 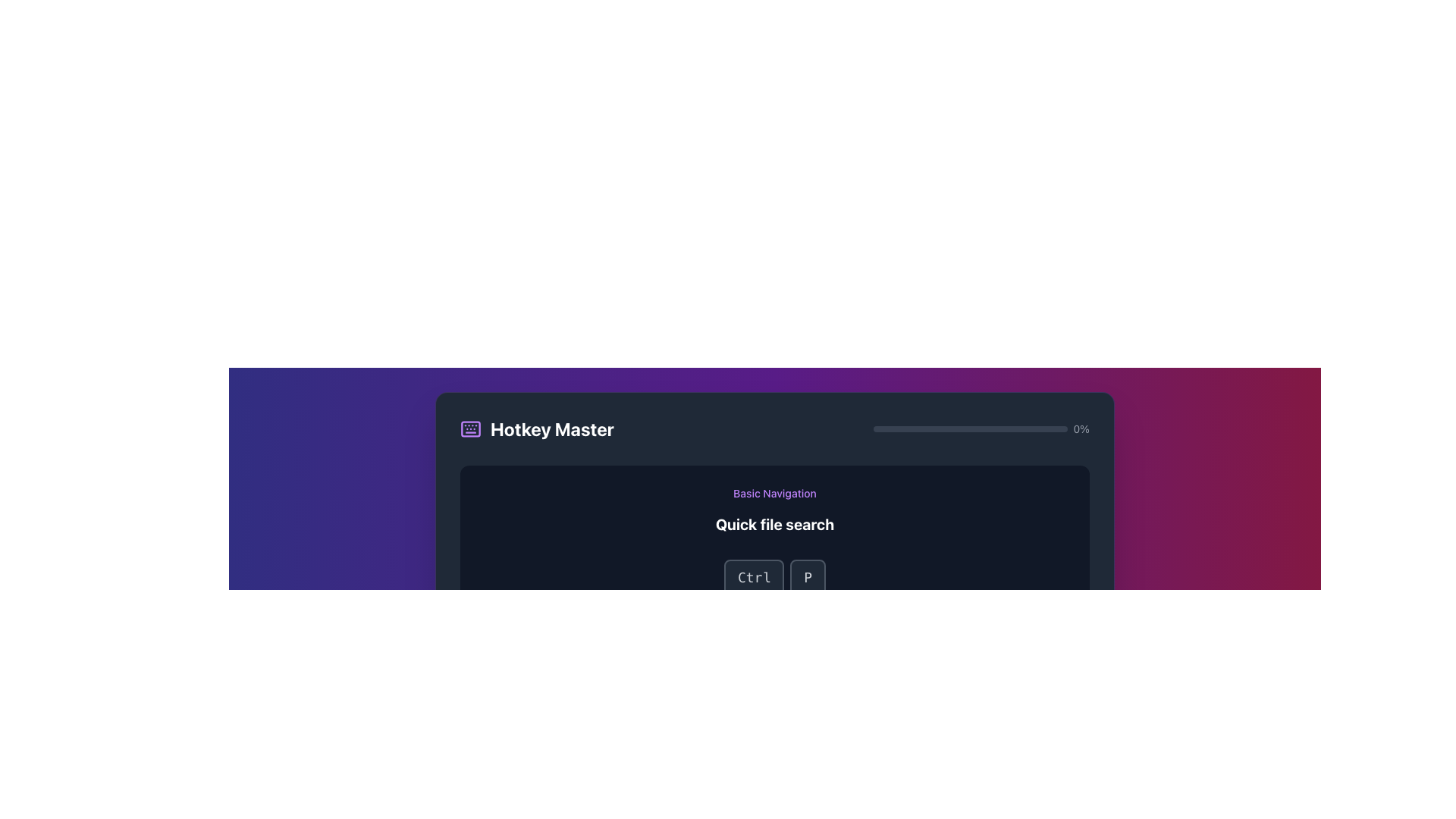 What do you see at coordinates (1081, 429) in the screenshot?
I see `the static text displaying '0%' in light gray, which is positioned horizontally aligned next to the progress bar within a dark-colored user interface` at bounding box center [1081, 429].